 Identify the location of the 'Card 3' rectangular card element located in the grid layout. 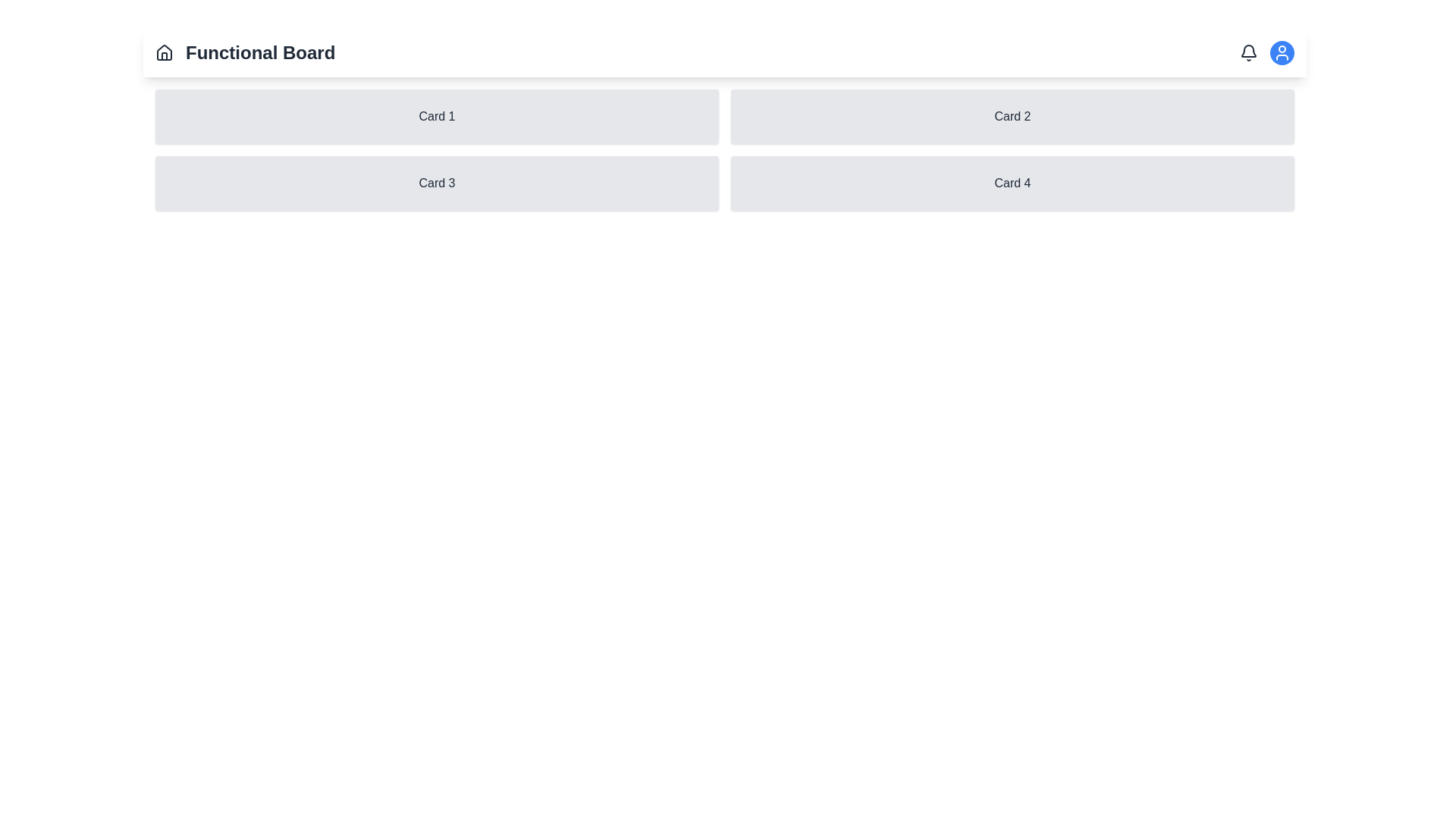
(436, 183).